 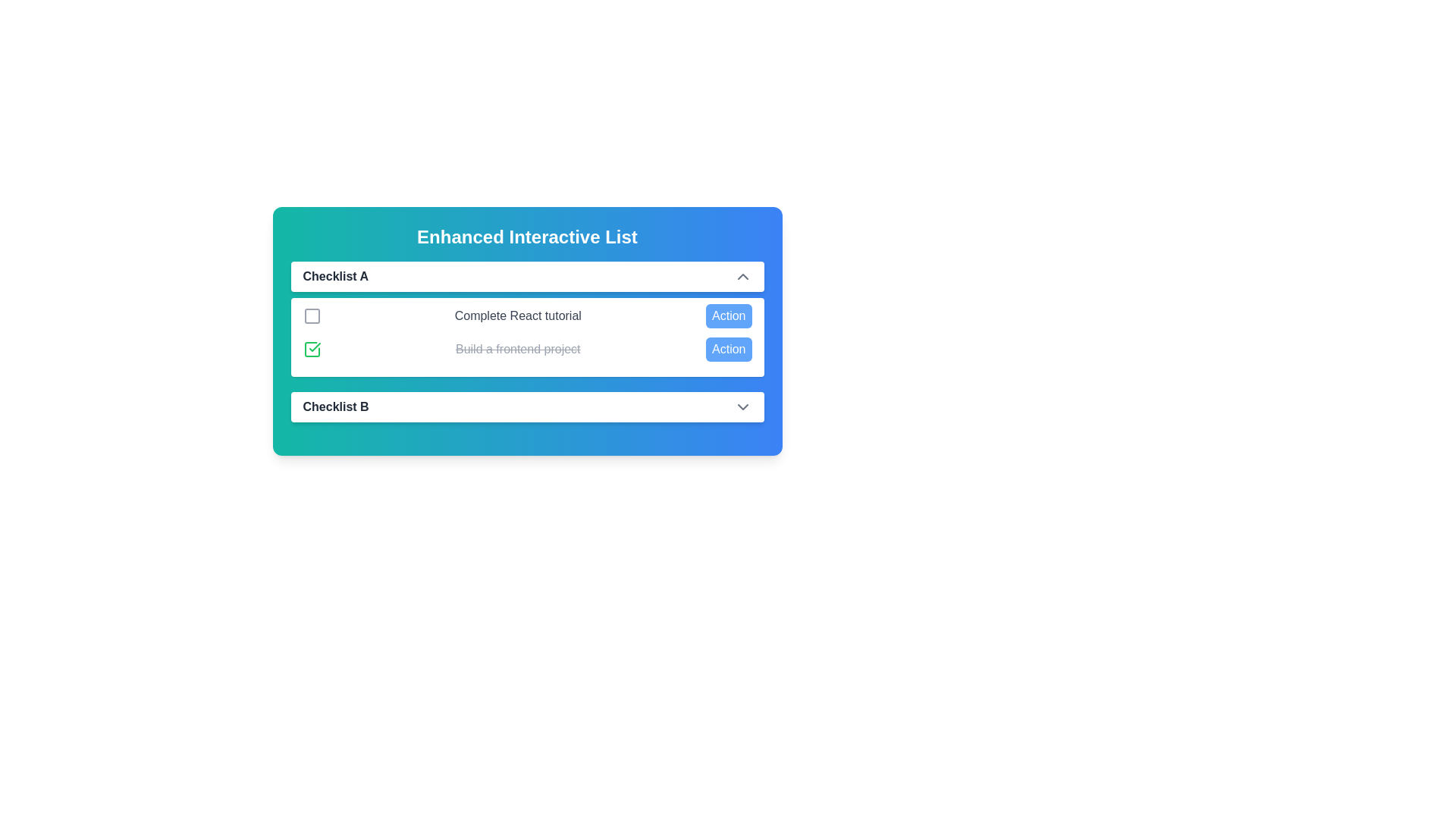 I want to click on the green checkmark icon adjacent, so click(x=313, y=347).